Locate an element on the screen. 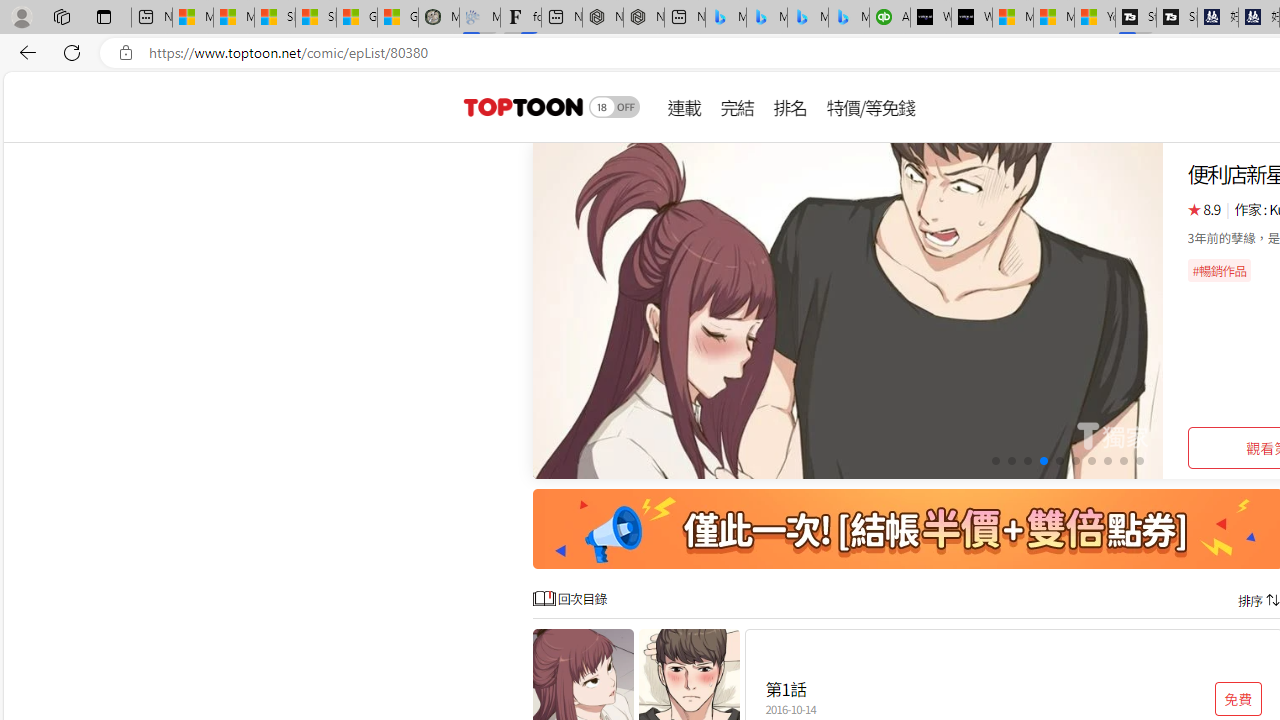  'Class: swiper-slide' is located at coordinates (848, 311).